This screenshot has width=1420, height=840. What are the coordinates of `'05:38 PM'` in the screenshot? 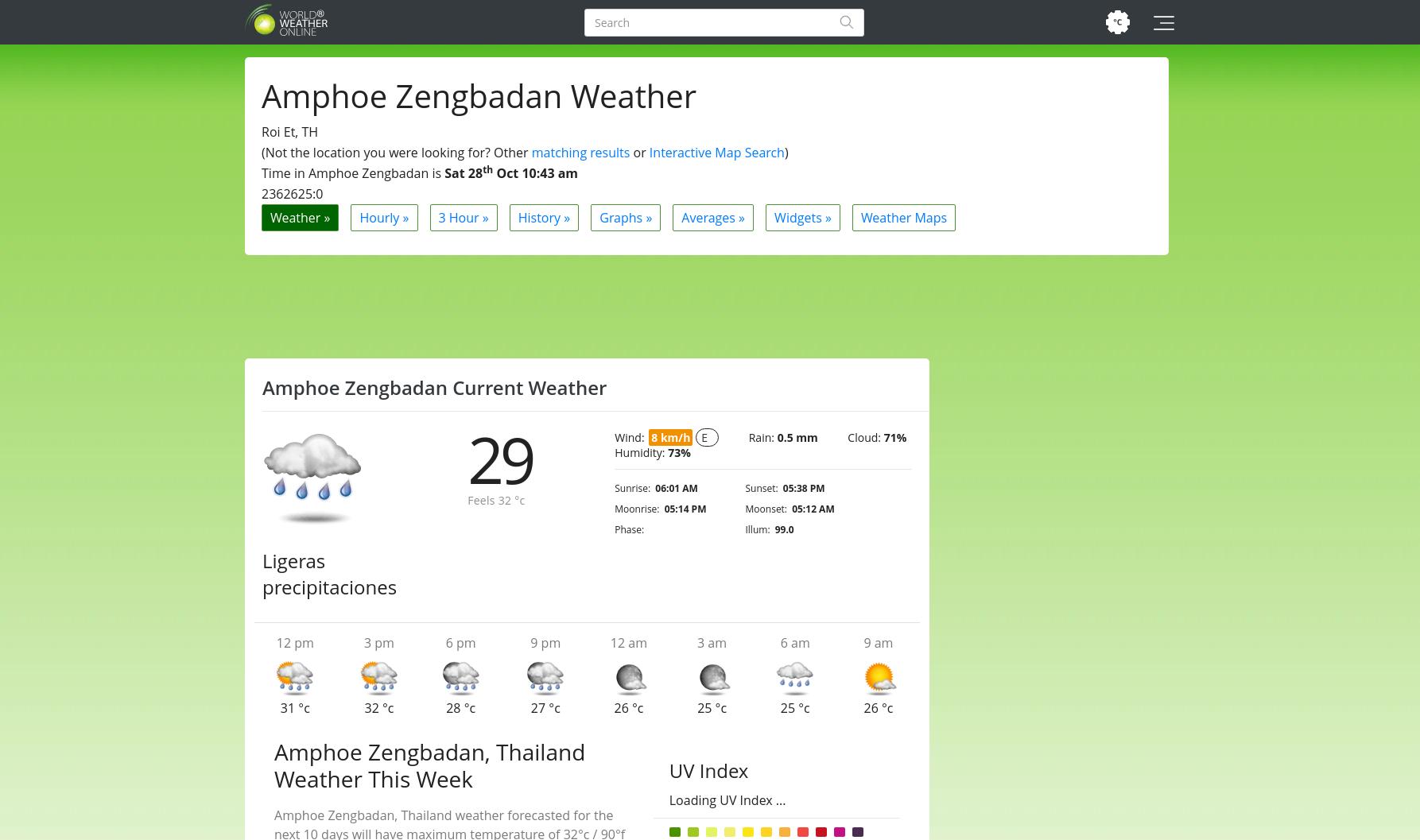 It's located at (782, 488).